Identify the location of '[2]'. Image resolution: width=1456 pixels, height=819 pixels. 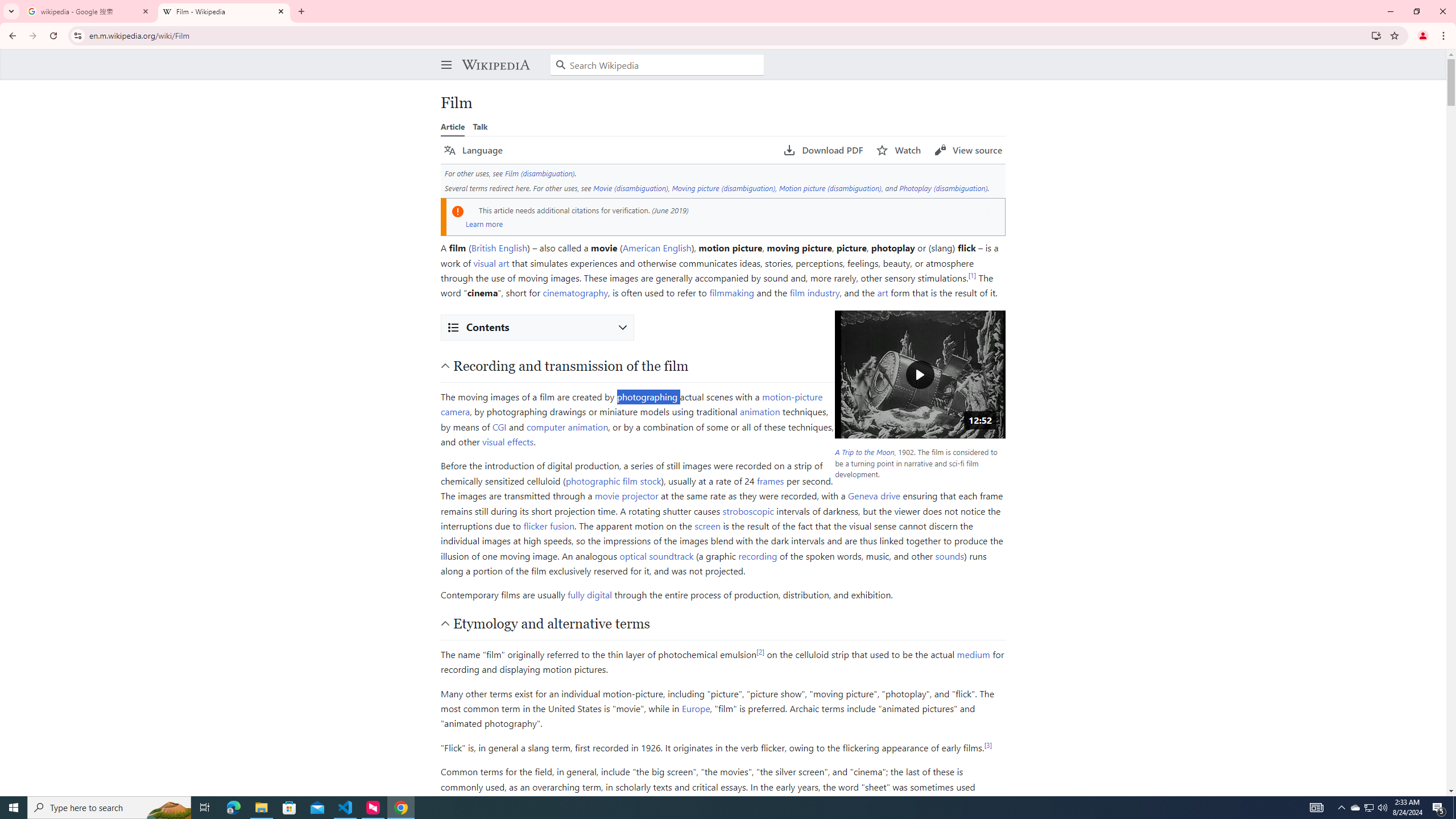
(760, 651).